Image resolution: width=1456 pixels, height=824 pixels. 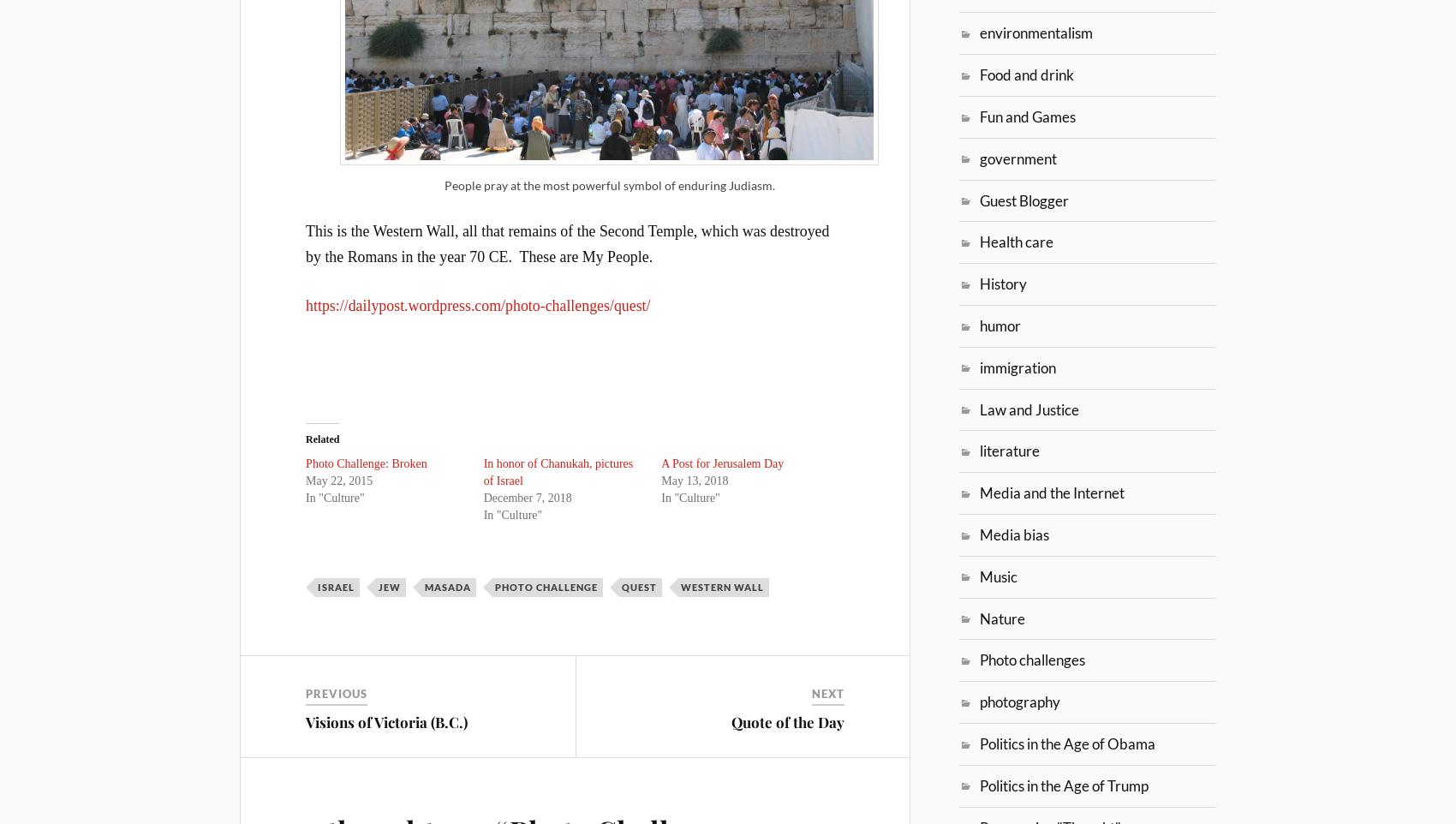 I want to click on 'People pray at the most powerful symbol of enduring Judiasm.', so click(x=608, y=183).